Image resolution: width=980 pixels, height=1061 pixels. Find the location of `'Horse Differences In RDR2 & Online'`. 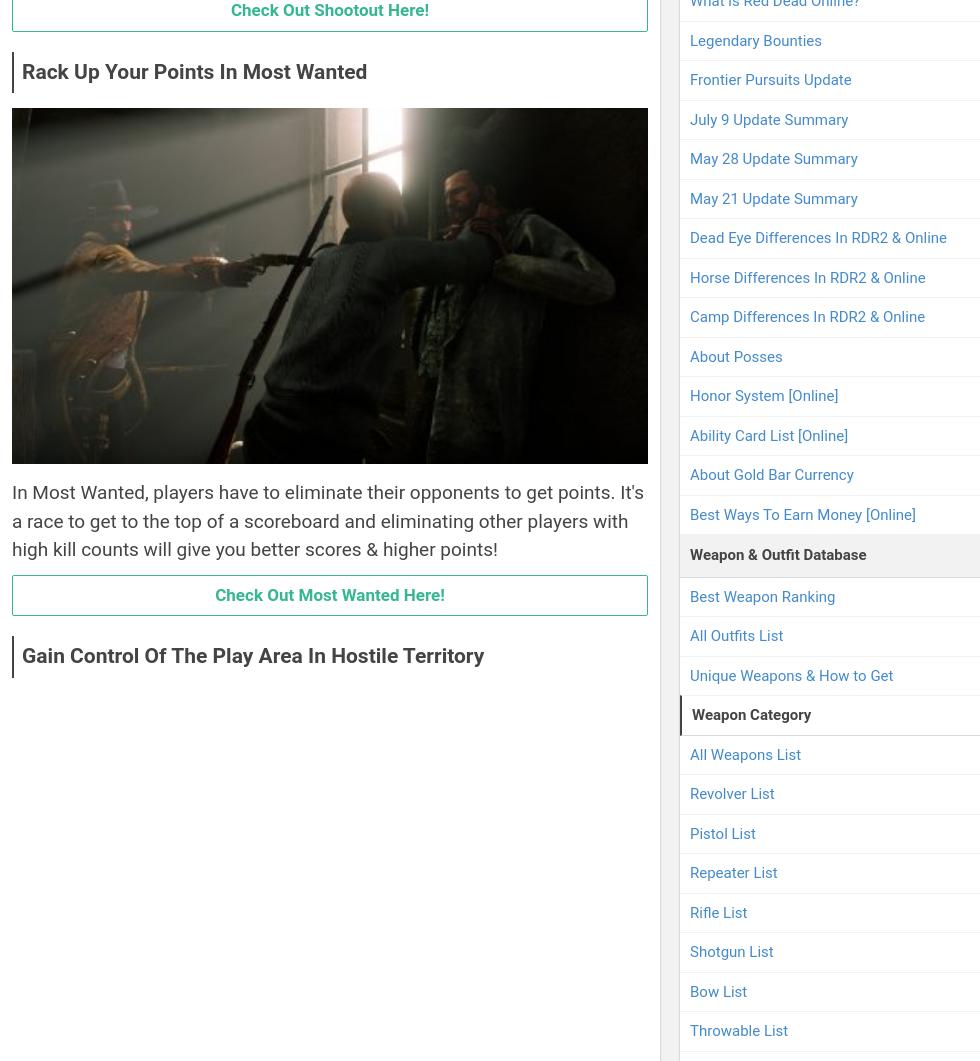

'Horse Differences In RDR2 & Online' is located at coordinates (690, 276).